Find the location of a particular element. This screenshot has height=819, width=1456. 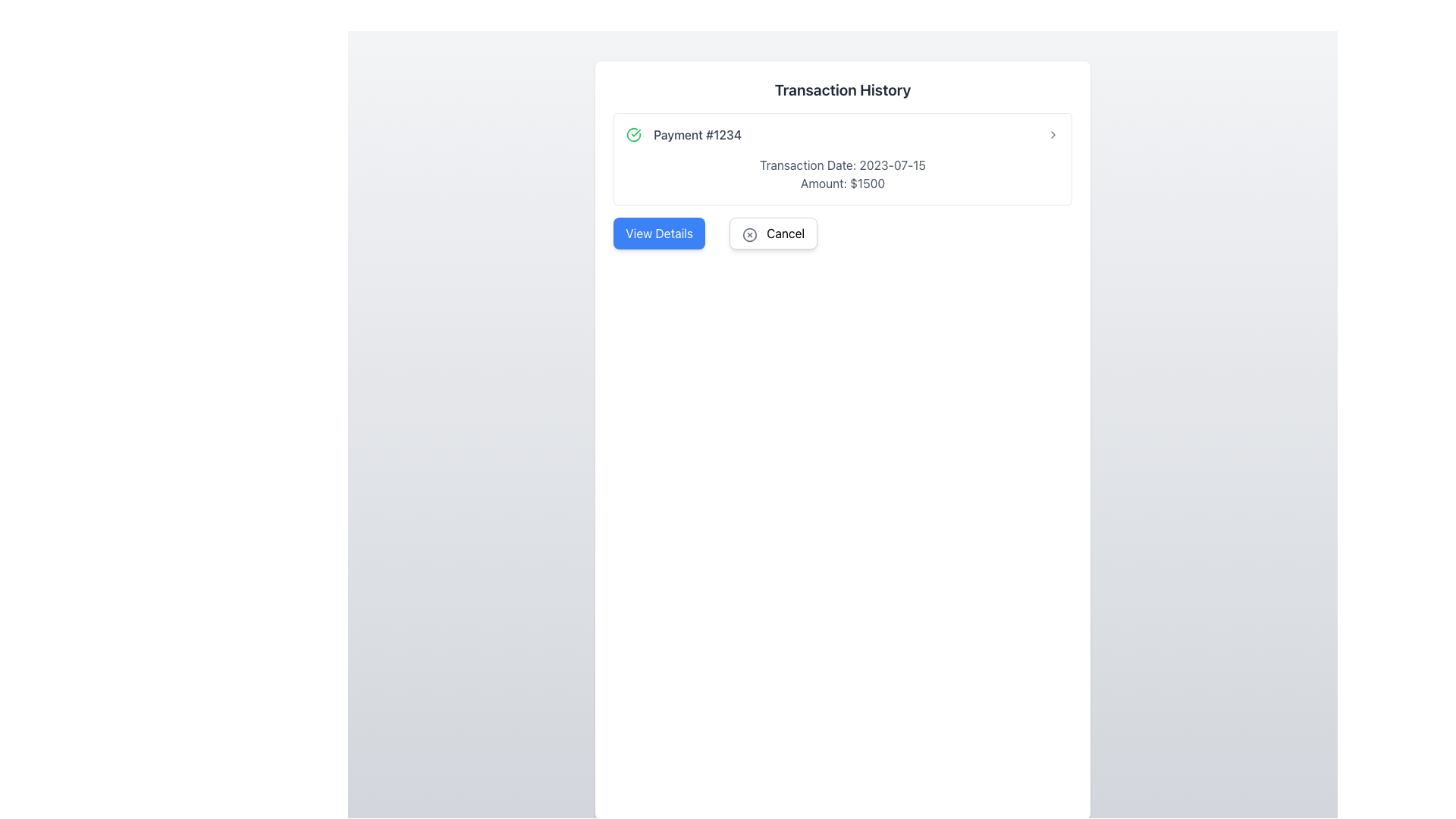

the decorative icon within the 'Cancel' button, located to the right of the 'View Details' button is located at coordinates (749, 234).